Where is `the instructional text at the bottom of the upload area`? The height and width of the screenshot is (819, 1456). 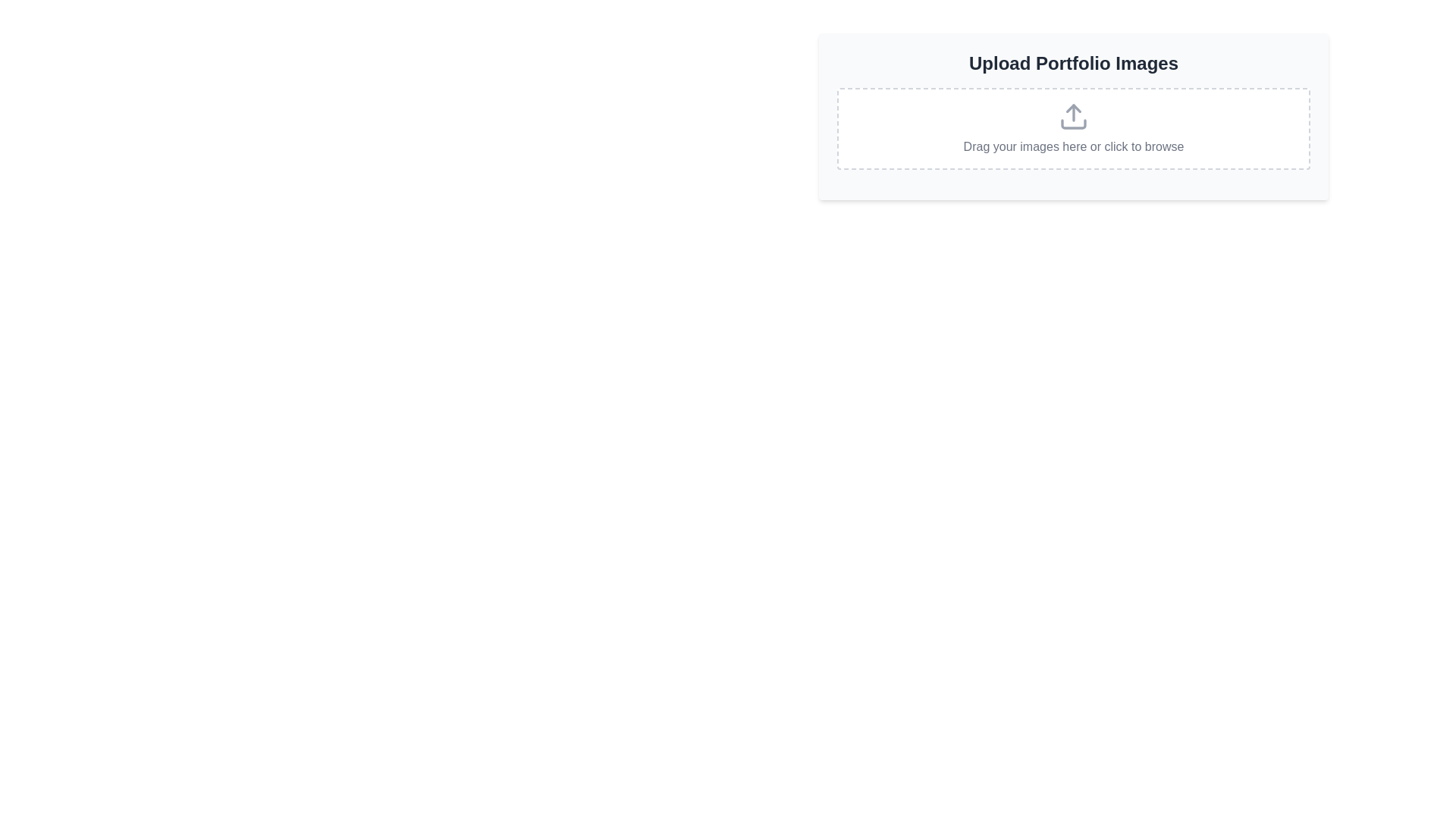 the instructional text at the bottom of the upload area is located at coordinates (1073, 146).